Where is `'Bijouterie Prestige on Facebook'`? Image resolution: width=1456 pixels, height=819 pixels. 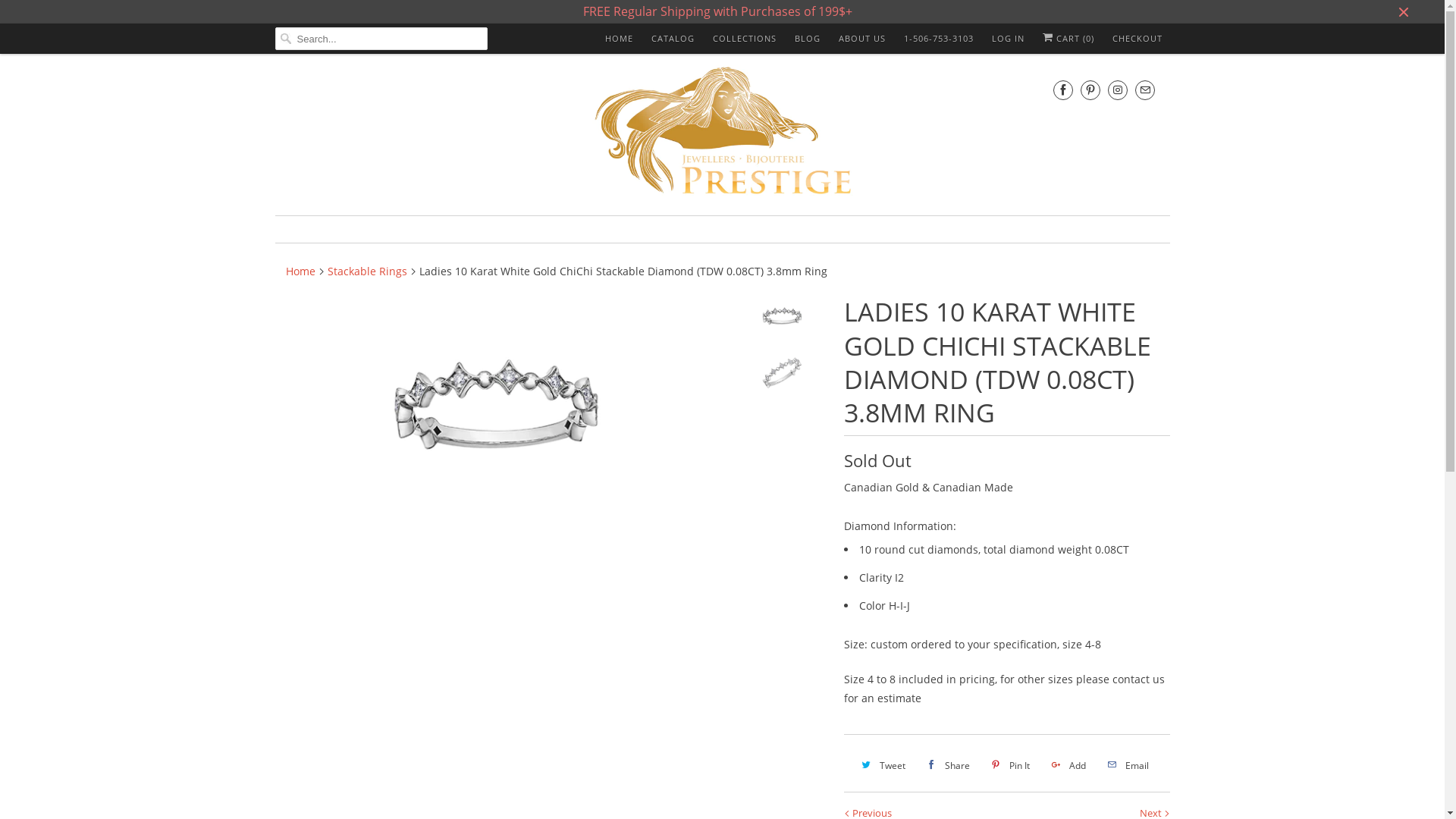 'Bijouterie Prestige on Facebook' is located at coordinates (1051, 89).